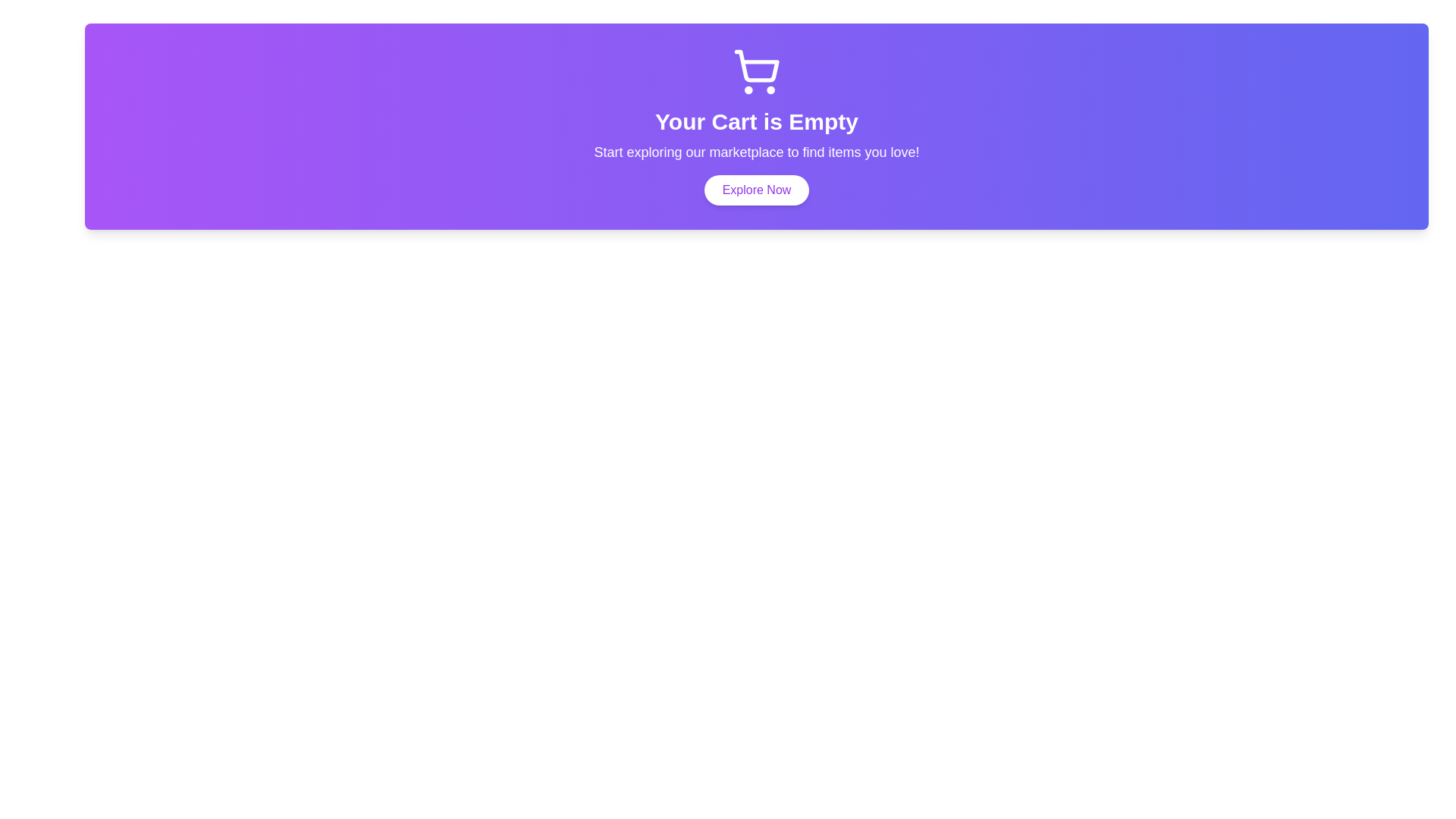 The height and width of the screenshot is (819, 1456). What do you see at coordinates (757, 121) in the screenshot?
I see `the 'Your Cart is Empty' label, which is displayed in a large, bold font with white text on a purple gradient background, located below the shopping cart icon` at bounding box center [757, 121].